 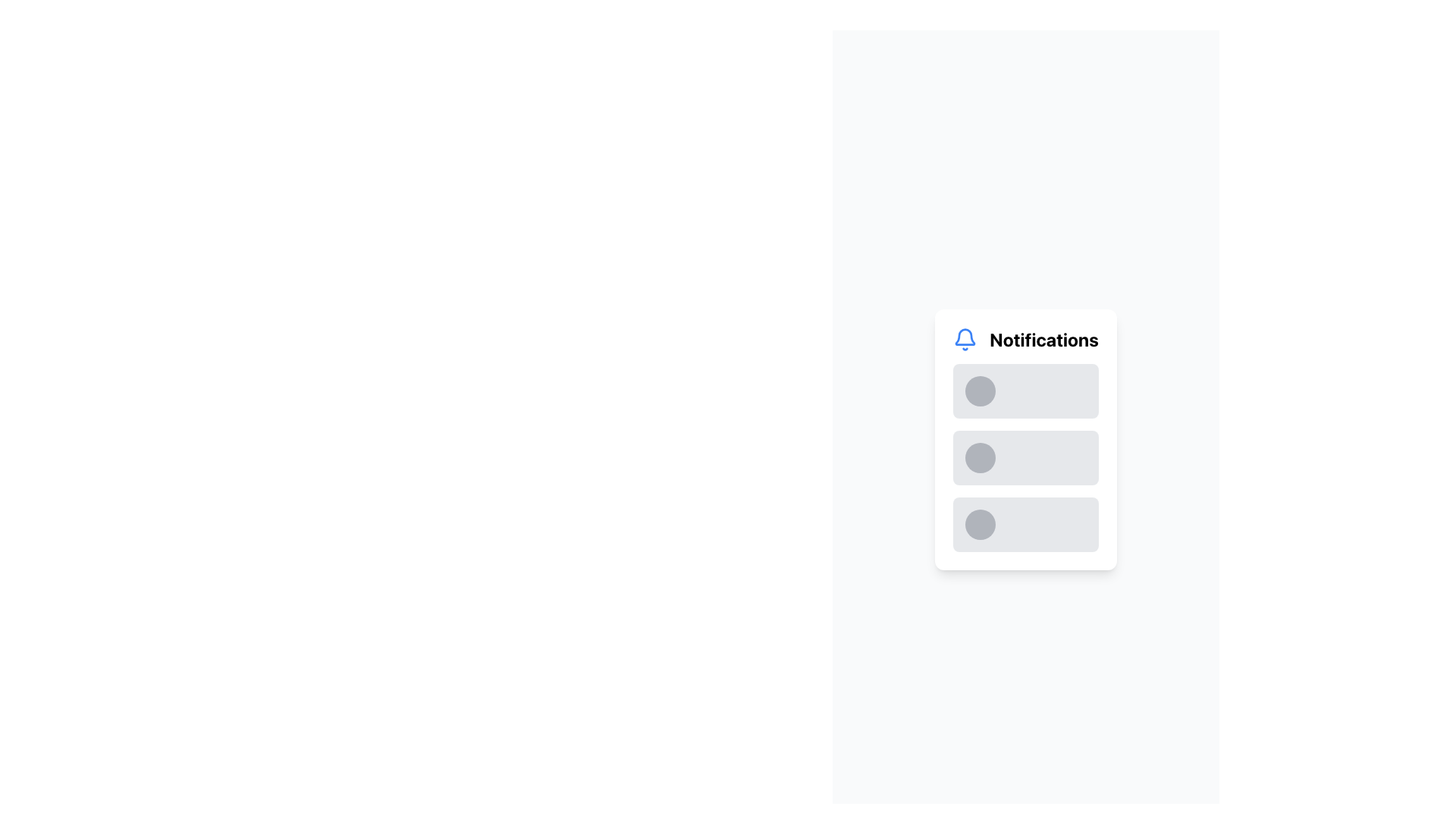 What do you see at coordinates (1026, 391) in the screenshot?
I see `the first Placeholder card in the notifications panel, located at the top of the list under the 'Notifications' title` at bounding box center [1026, 391].